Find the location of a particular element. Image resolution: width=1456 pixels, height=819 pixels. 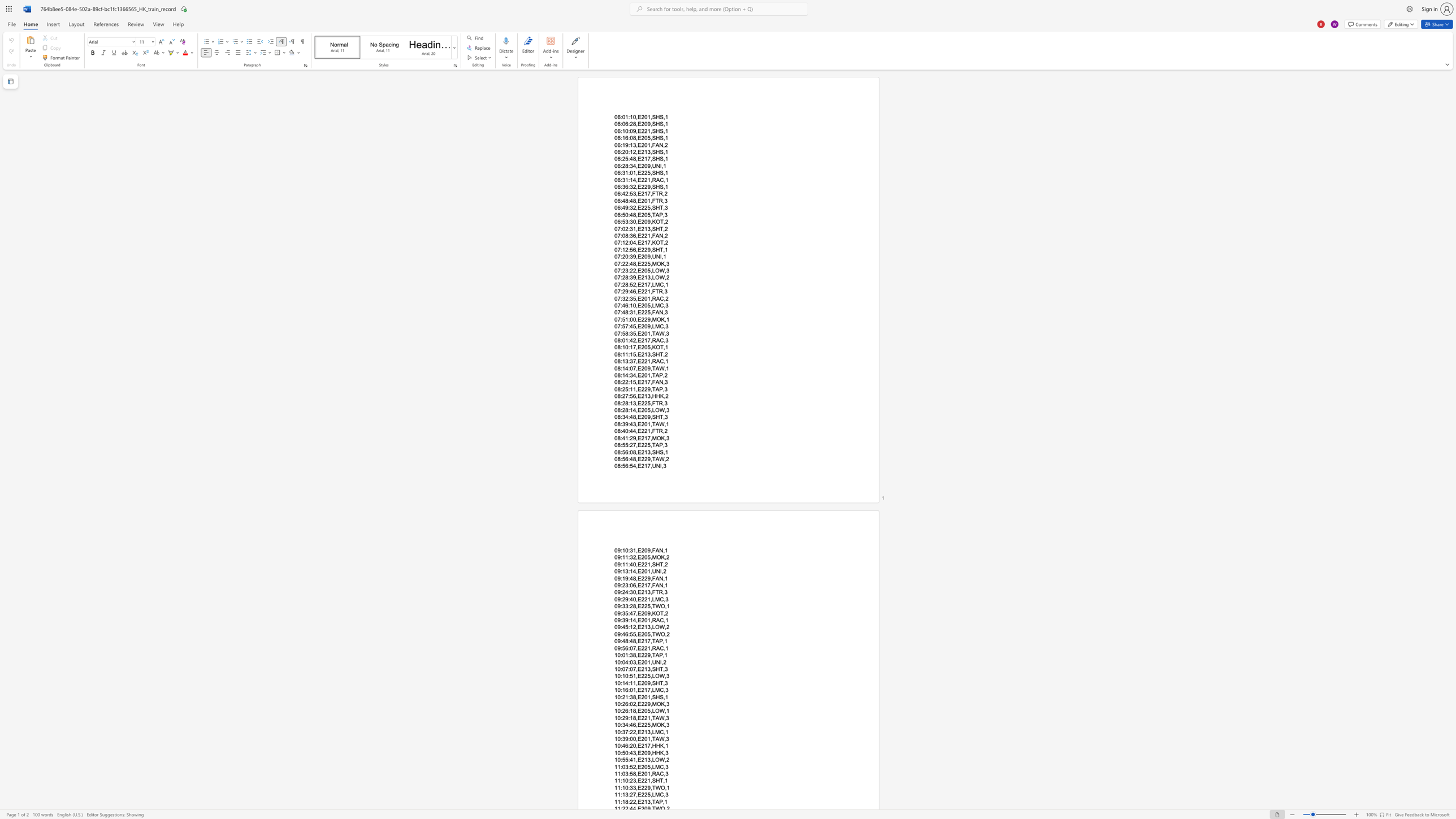

the space between the continuous character "5" and "," in the text is located at coordinates (649, 270).